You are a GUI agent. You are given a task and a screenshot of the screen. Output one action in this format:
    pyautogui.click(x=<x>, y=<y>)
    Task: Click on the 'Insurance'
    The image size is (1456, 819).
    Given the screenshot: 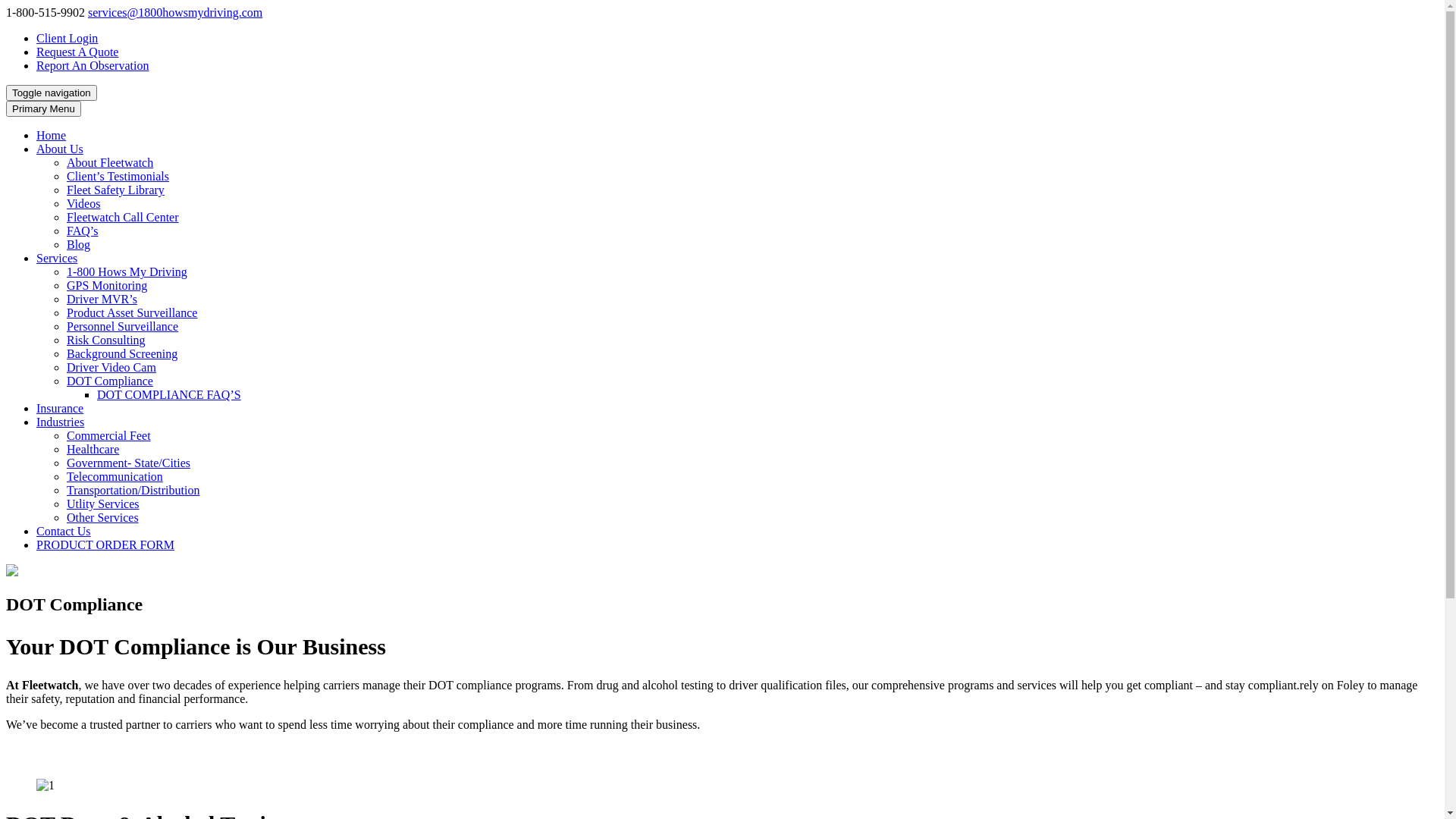 What is the action you would take?
    pyautogui.click(x=59, y=407)
    